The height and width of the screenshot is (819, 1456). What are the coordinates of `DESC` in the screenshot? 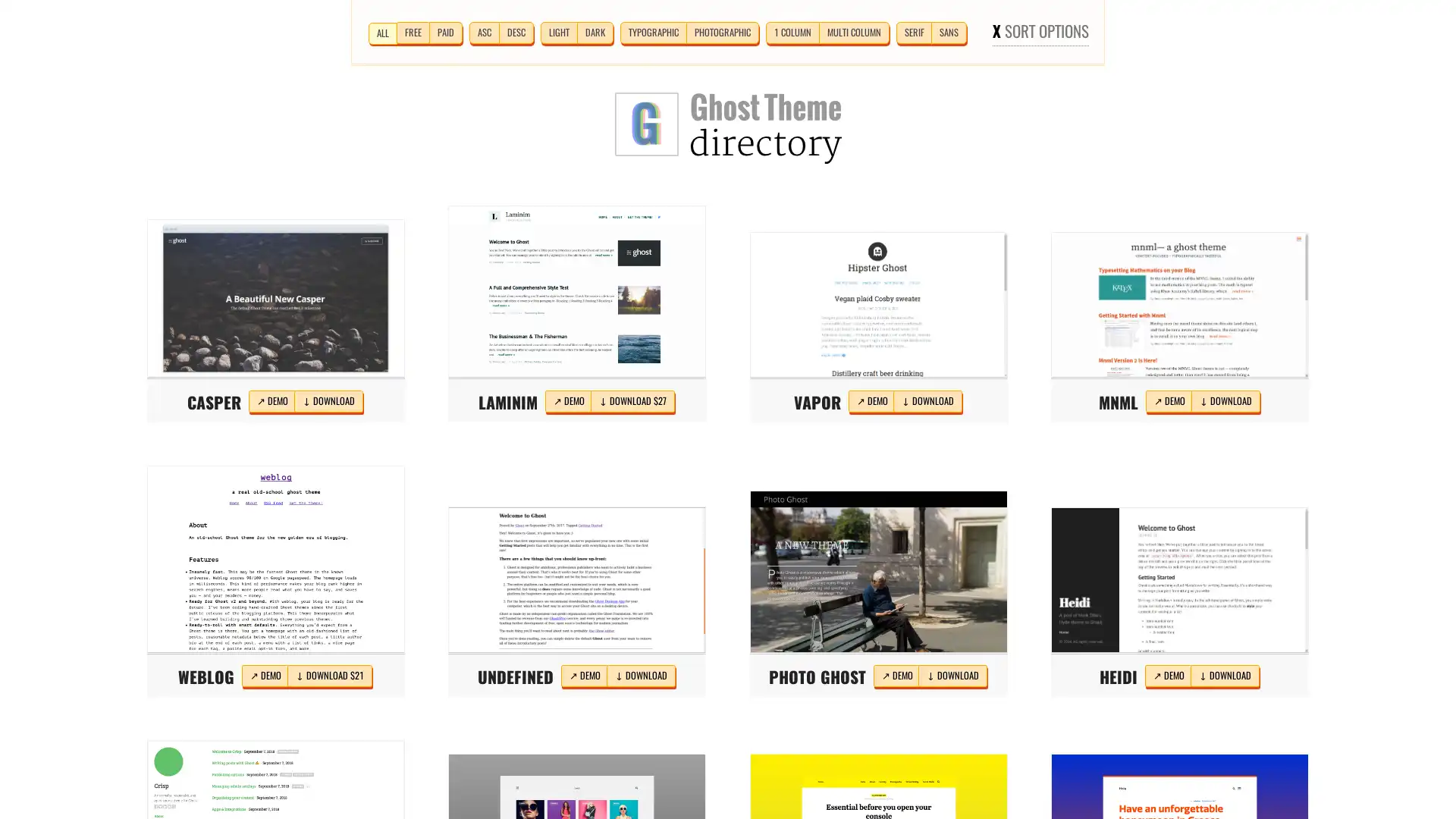 It's located at (516, 32).